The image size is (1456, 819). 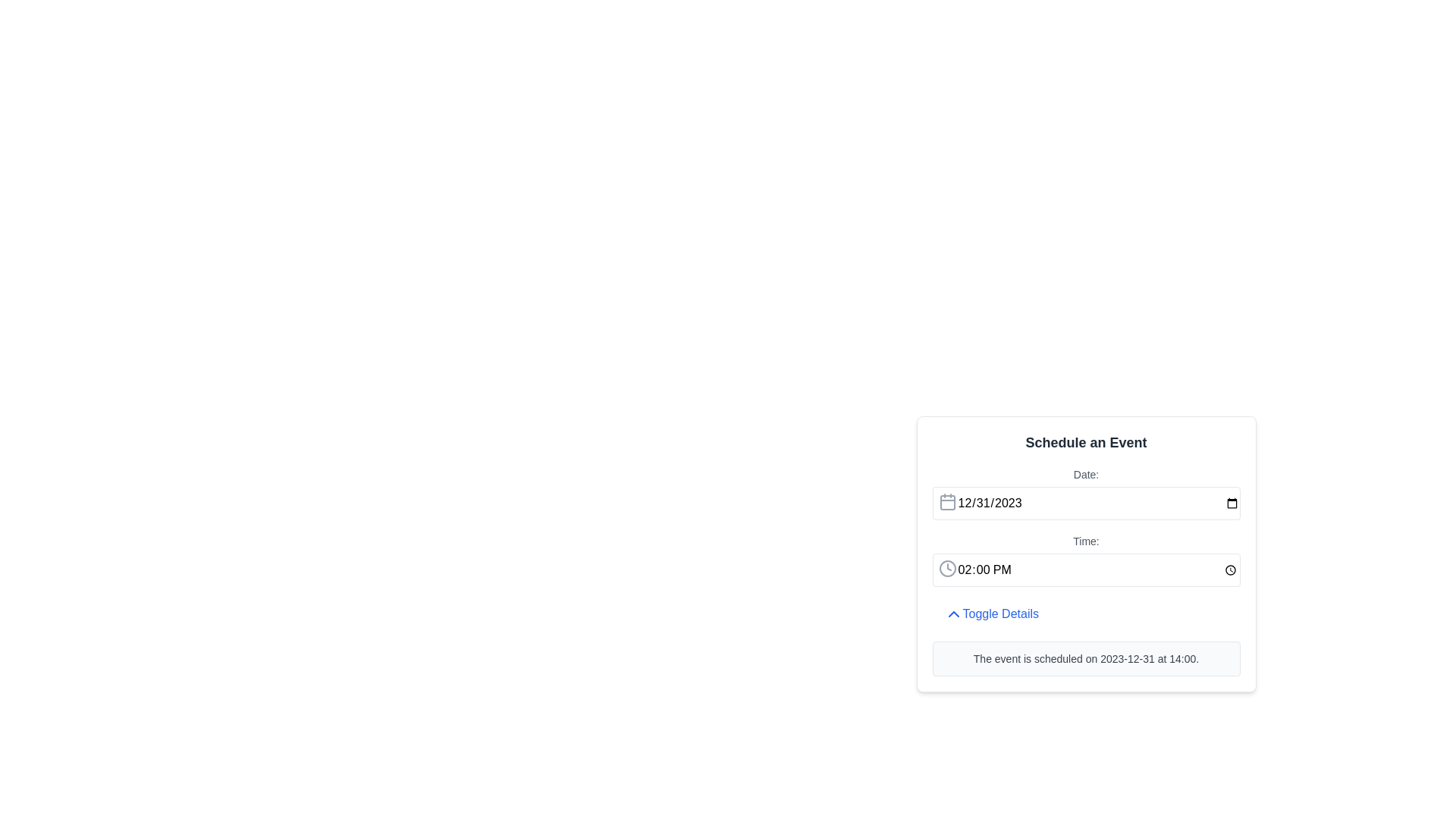 What do you see at coordinates (1085, 570) in the screenshot?
I see `the time input field labeled '- Time:'` at bounding box center [1085, 570].